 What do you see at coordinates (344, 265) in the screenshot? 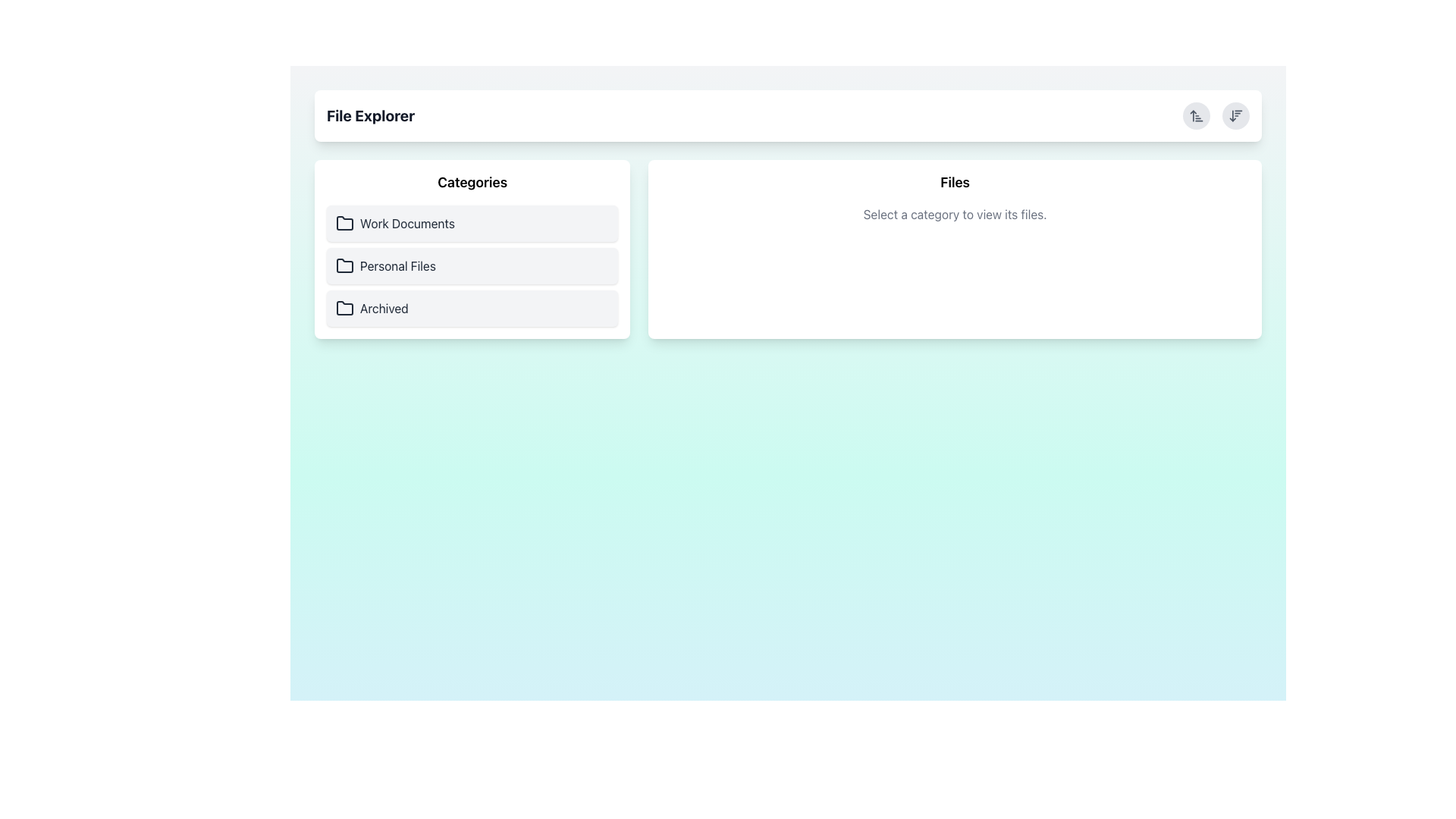
I see `the folder icon representing 'Personal Files', which is the second item in the vertical list under the 'Categories' section` at bounding box center [344, 265].